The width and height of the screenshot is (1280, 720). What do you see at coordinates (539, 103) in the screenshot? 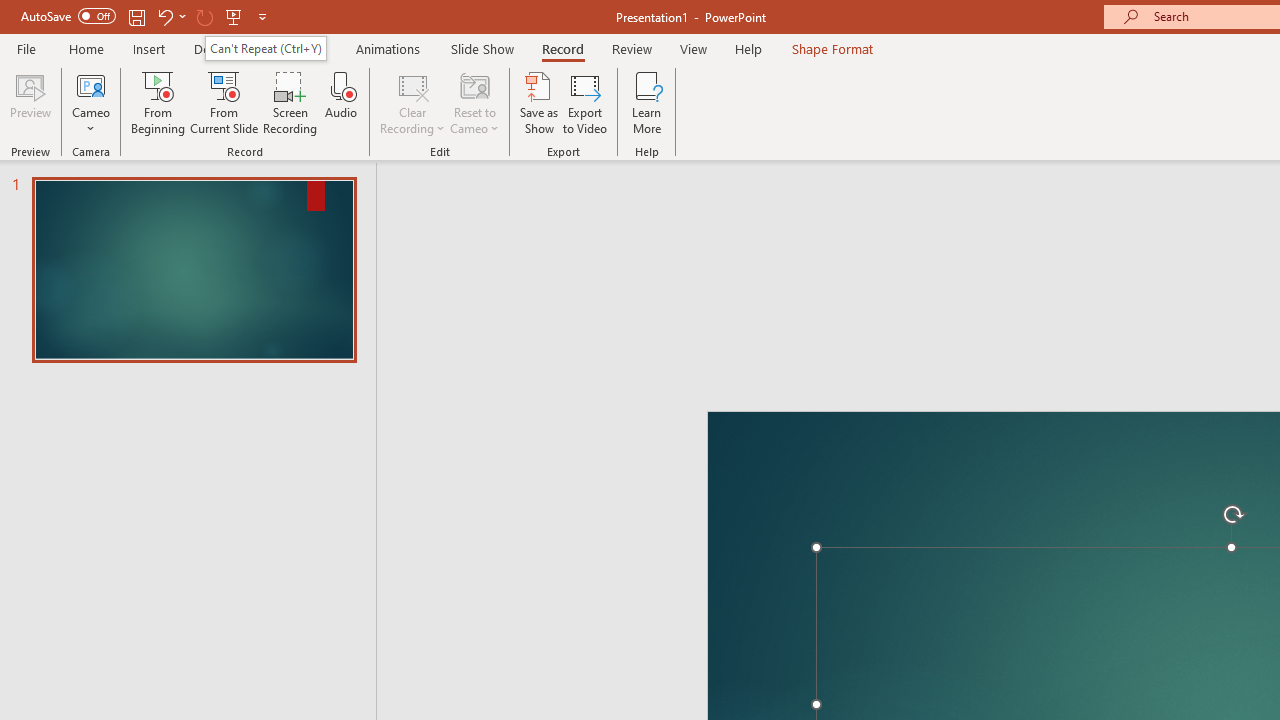
I see `'Save as Show'` at bounding box center [539, 103].